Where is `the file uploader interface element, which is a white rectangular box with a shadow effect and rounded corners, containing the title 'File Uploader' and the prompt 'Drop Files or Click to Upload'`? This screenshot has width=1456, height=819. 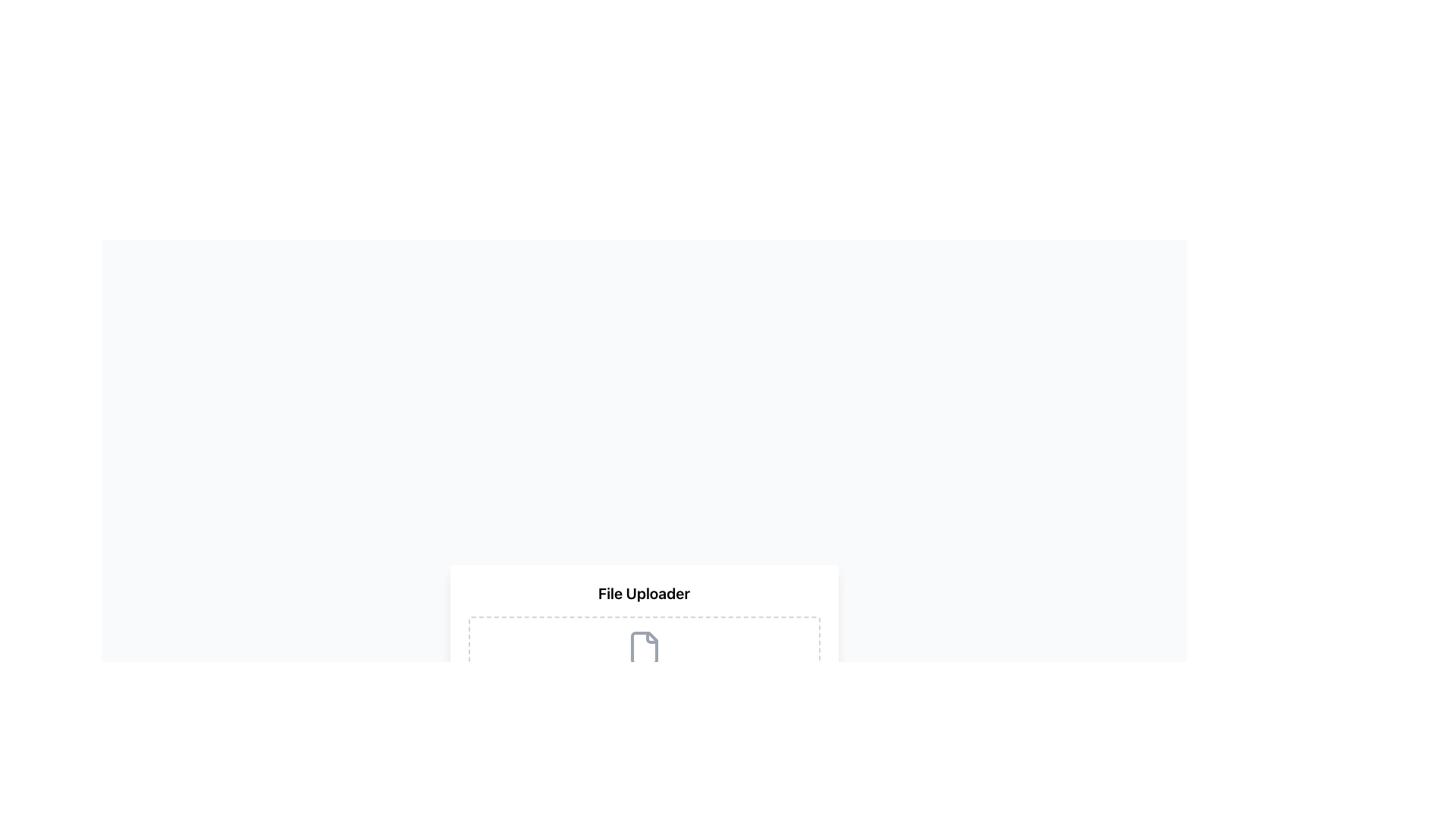
the file uploader interface element, which is a white rectangular box with a shadow effect and rounded corners, containing the title 'File Uploader' and the prompt 'Drop Files or Click to Upload' is located at coordinates (644, 648).